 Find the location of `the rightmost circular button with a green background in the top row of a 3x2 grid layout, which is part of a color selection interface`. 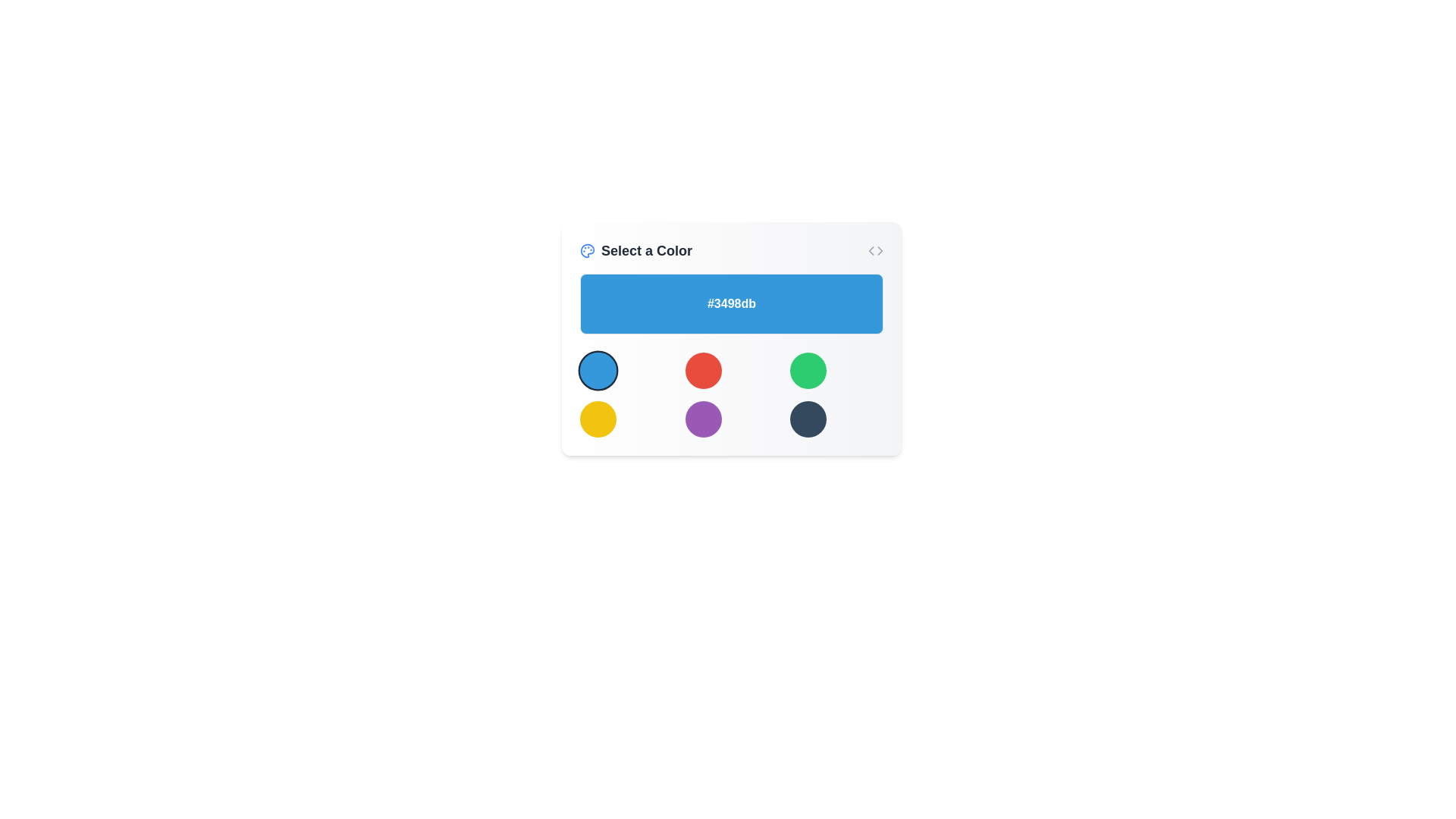

the rightmost circular button with a green background in the top row of a 3x2 grid layout, which is part of a color selection interface is located at coordinates (808, 371).